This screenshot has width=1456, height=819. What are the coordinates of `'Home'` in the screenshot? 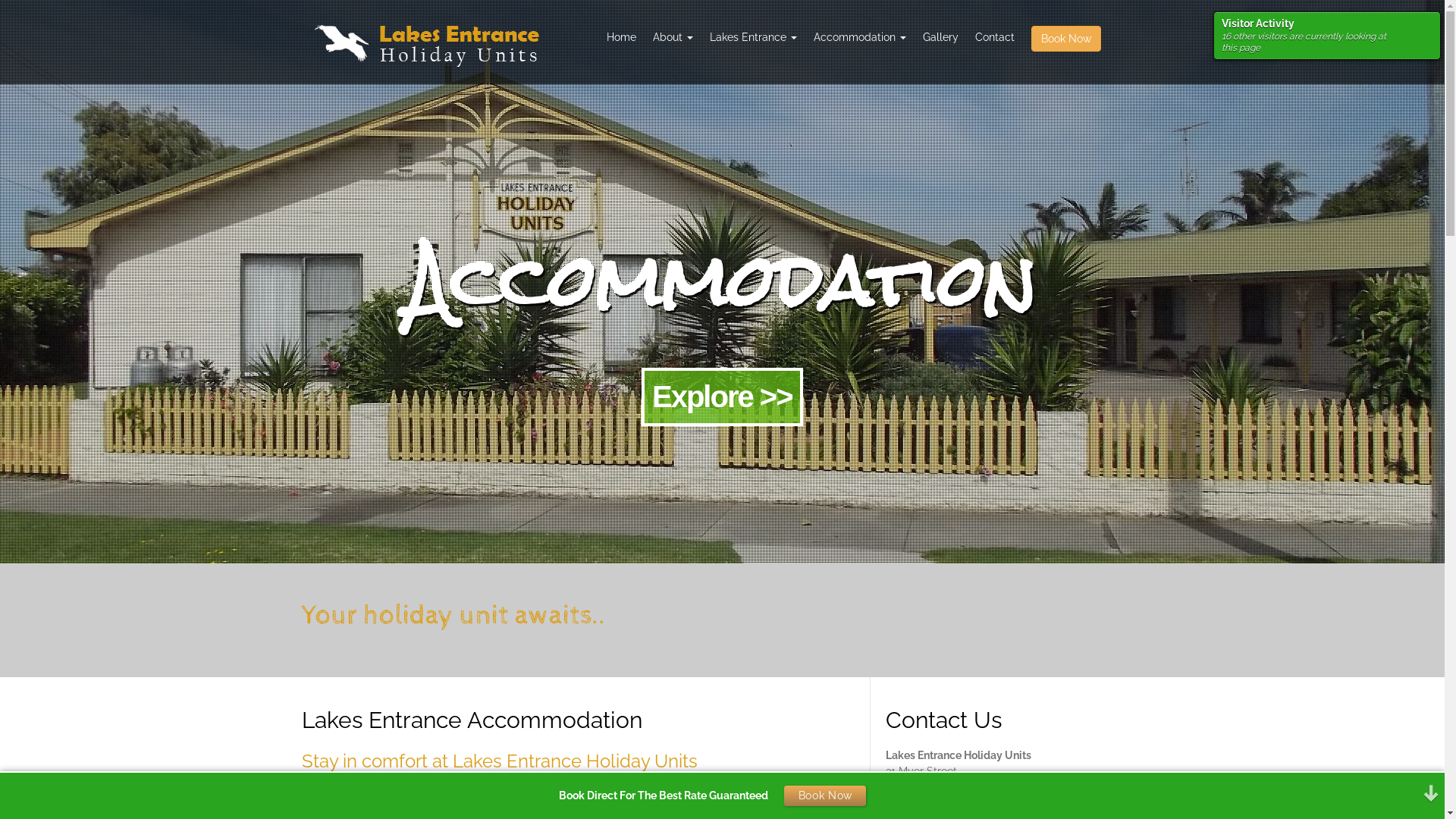 It's located at (620, 36).